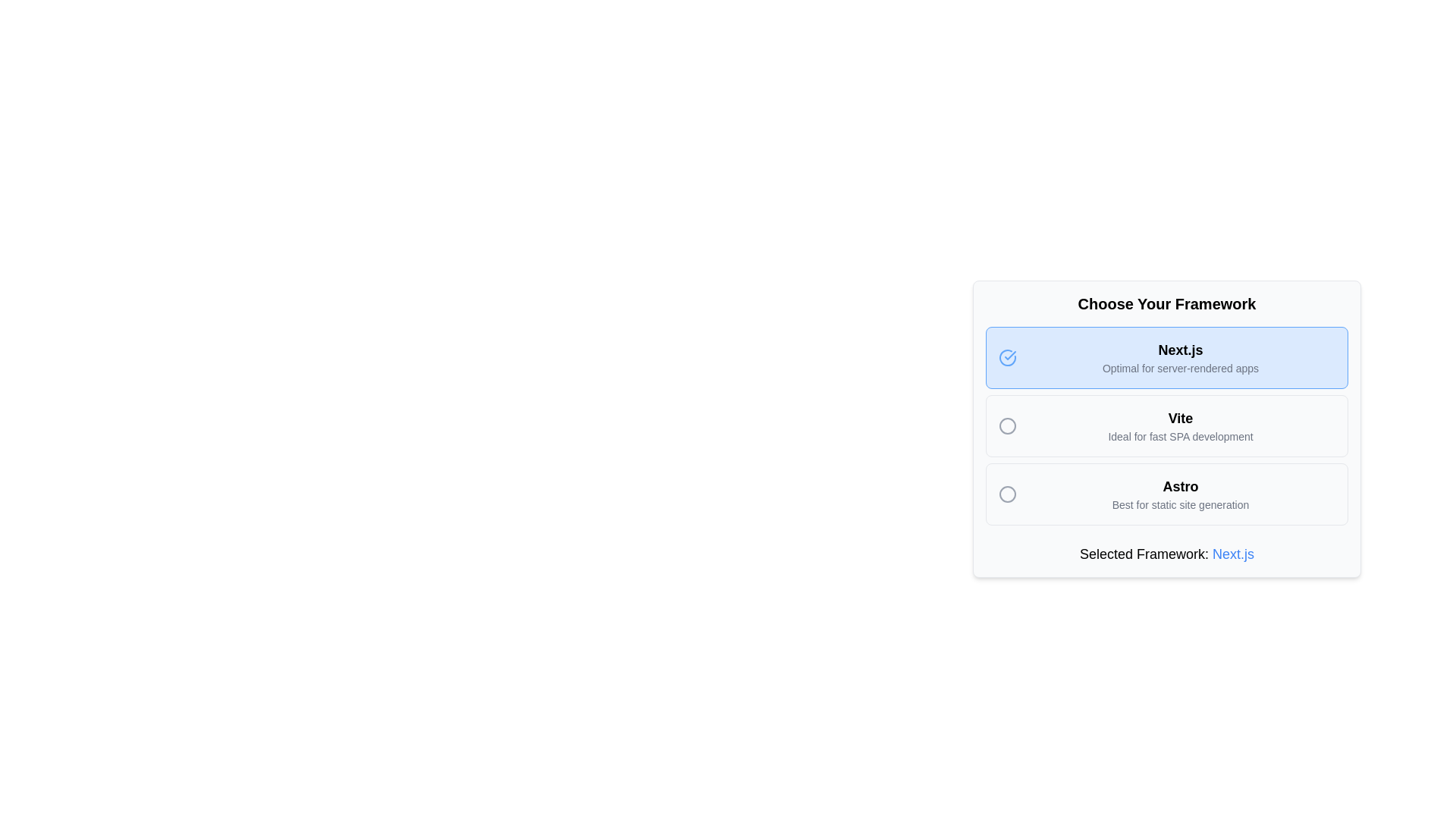 Image resolution: width=1456 pixels, height=819 pixels. What do you see at coordinates (1008, 426) in the screenshot?
I see `the circular gray outline icon` at bounding box center [1008, 426].